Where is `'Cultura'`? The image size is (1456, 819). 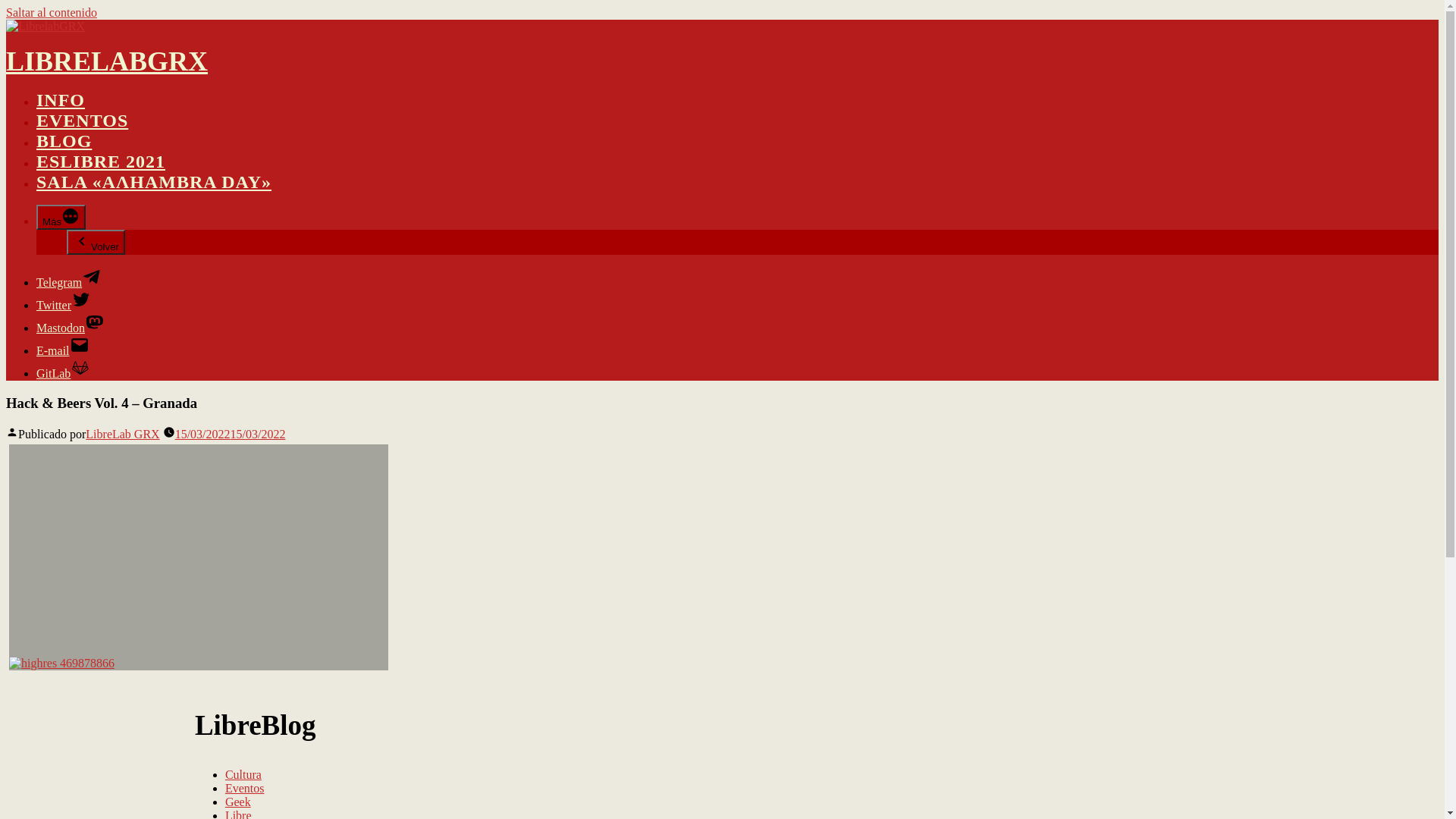 'Cultura' is located at coordinates (243, 774).